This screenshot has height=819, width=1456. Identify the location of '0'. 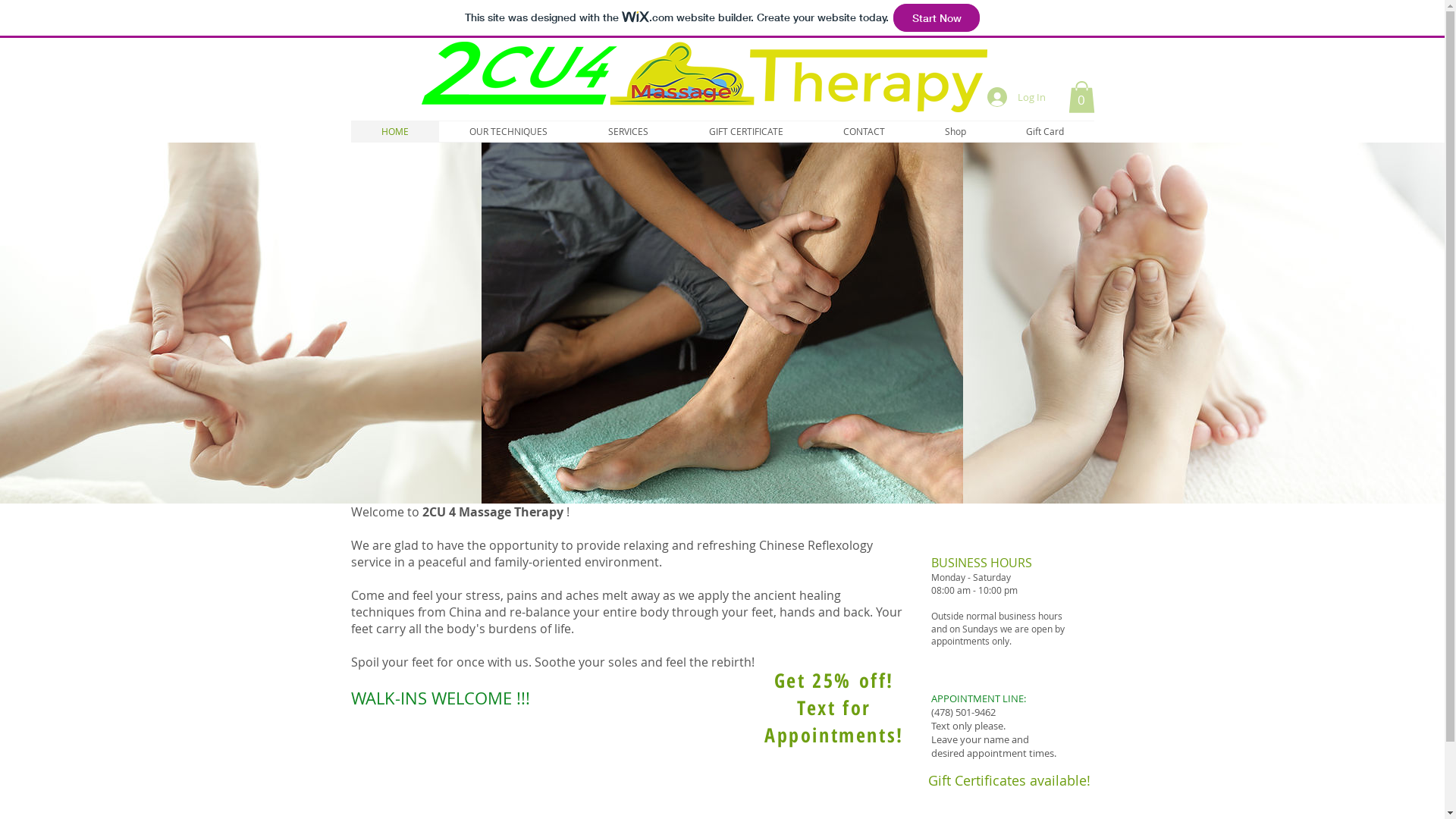
(1080, 96).